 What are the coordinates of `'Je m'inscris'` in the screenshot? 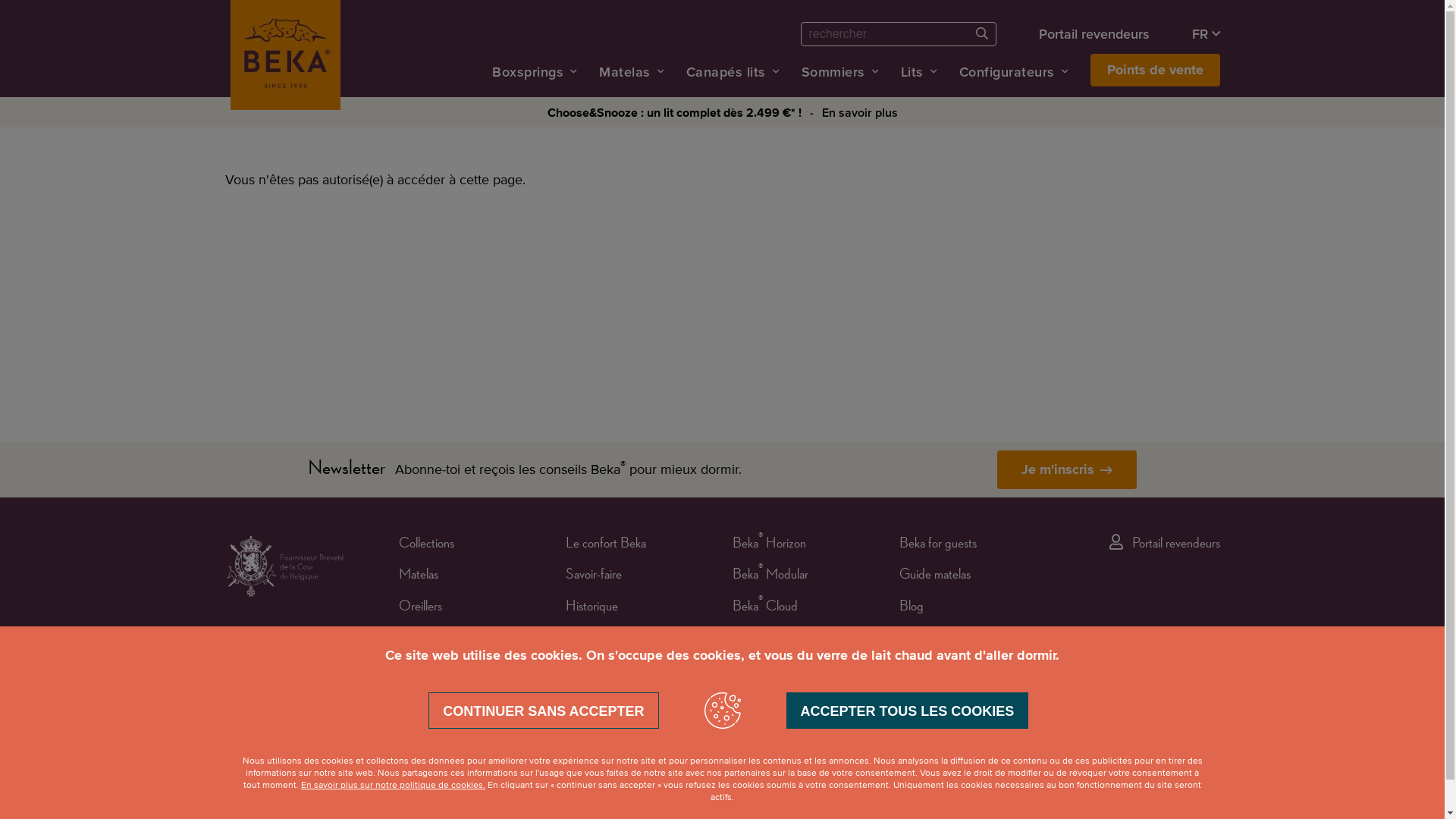 It's located at (1065, 469).